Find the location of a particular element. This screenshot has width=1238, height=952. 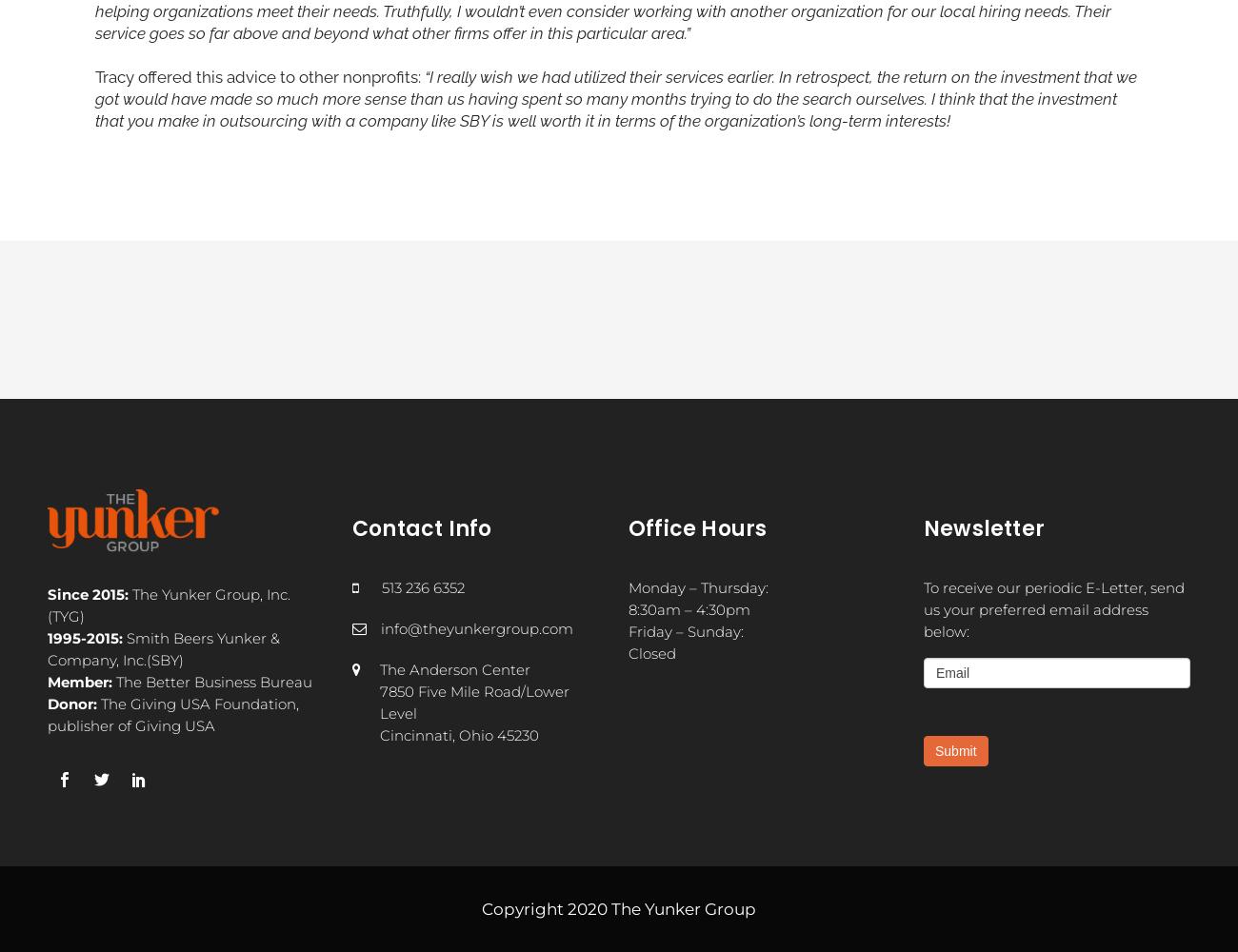

'The Better Business Bureau' is located at coordinates (210, 680).